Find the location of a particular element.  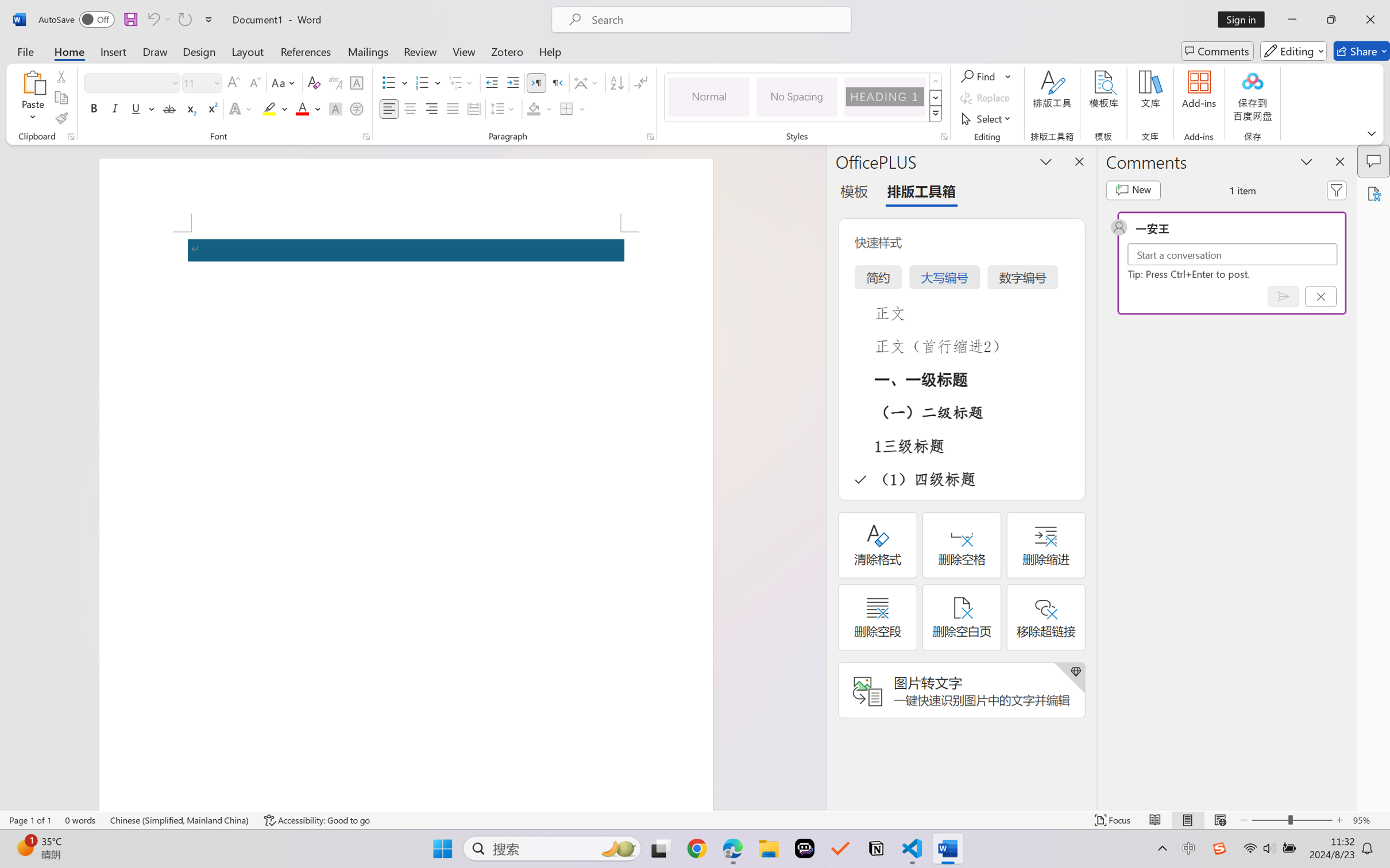

'Shading No Color' is located at coordinates (533, 108).